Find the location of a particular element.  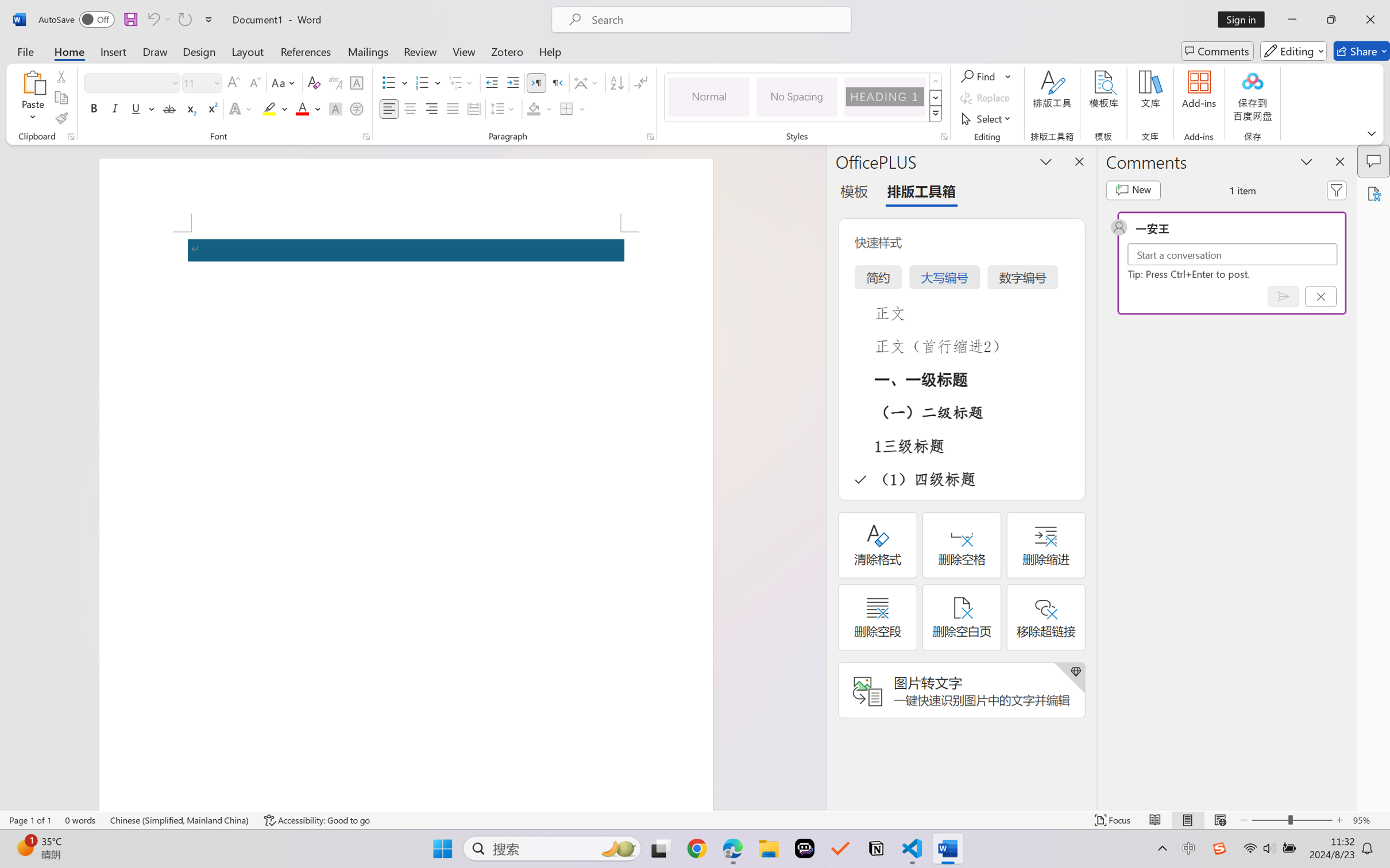

'Shading No Color' is located at coordinates (533, 108).